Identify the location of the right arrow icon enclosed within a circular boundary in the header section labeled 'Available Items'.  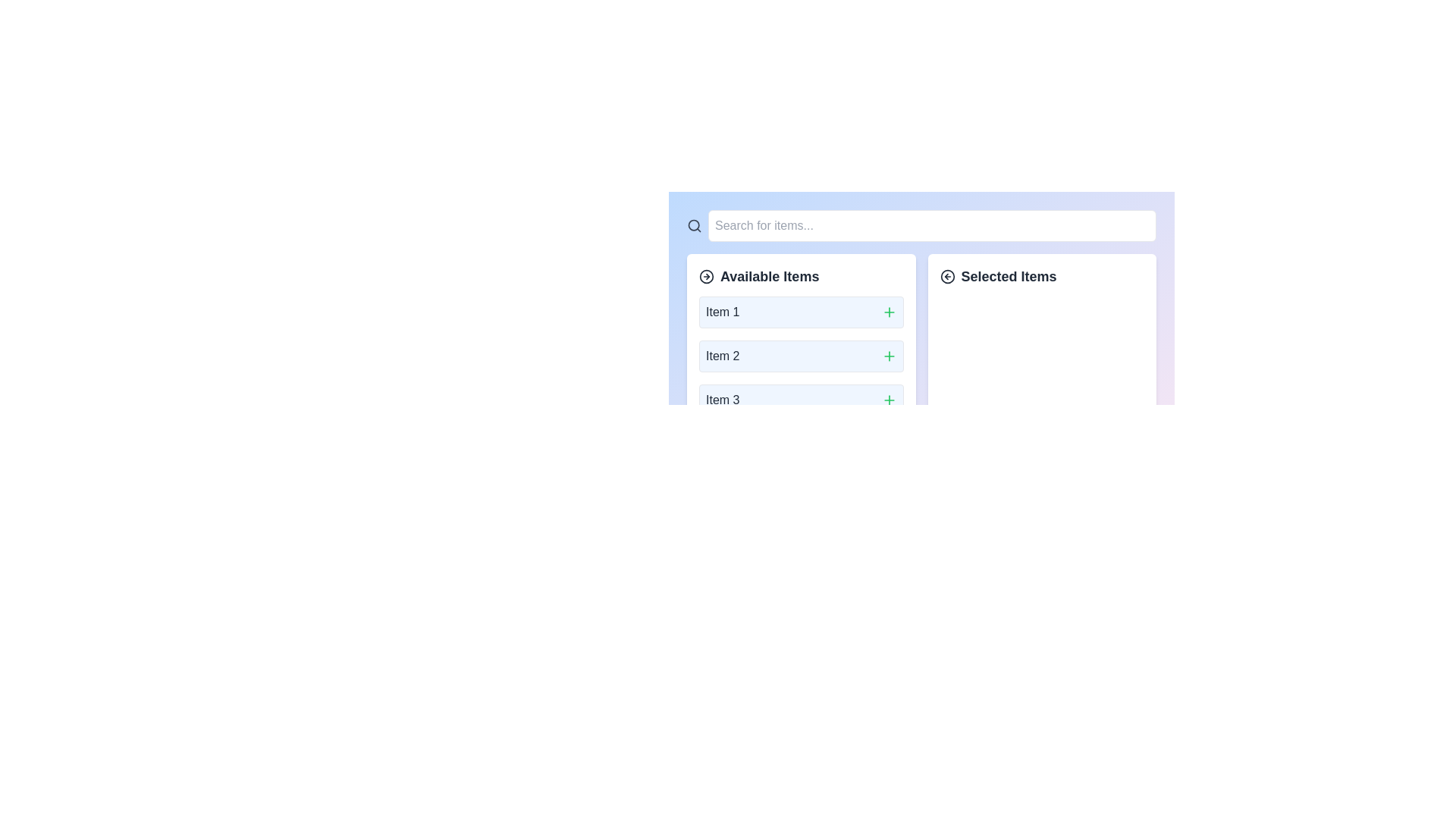
(705, 277).